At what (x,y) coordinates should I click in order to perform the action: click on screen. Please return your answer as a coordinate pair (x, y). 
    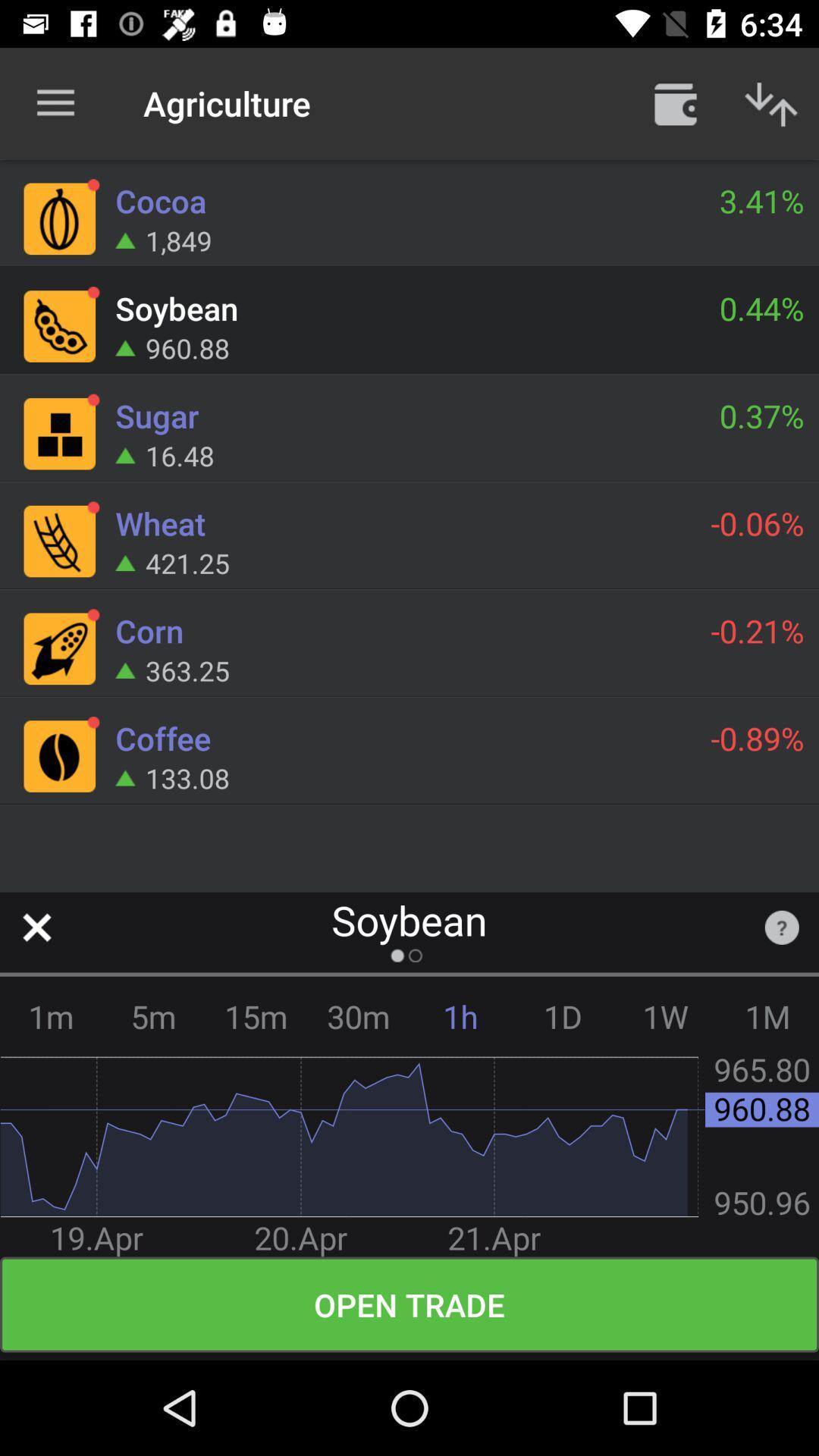
    Looking at the image, I should click on (36, 927).